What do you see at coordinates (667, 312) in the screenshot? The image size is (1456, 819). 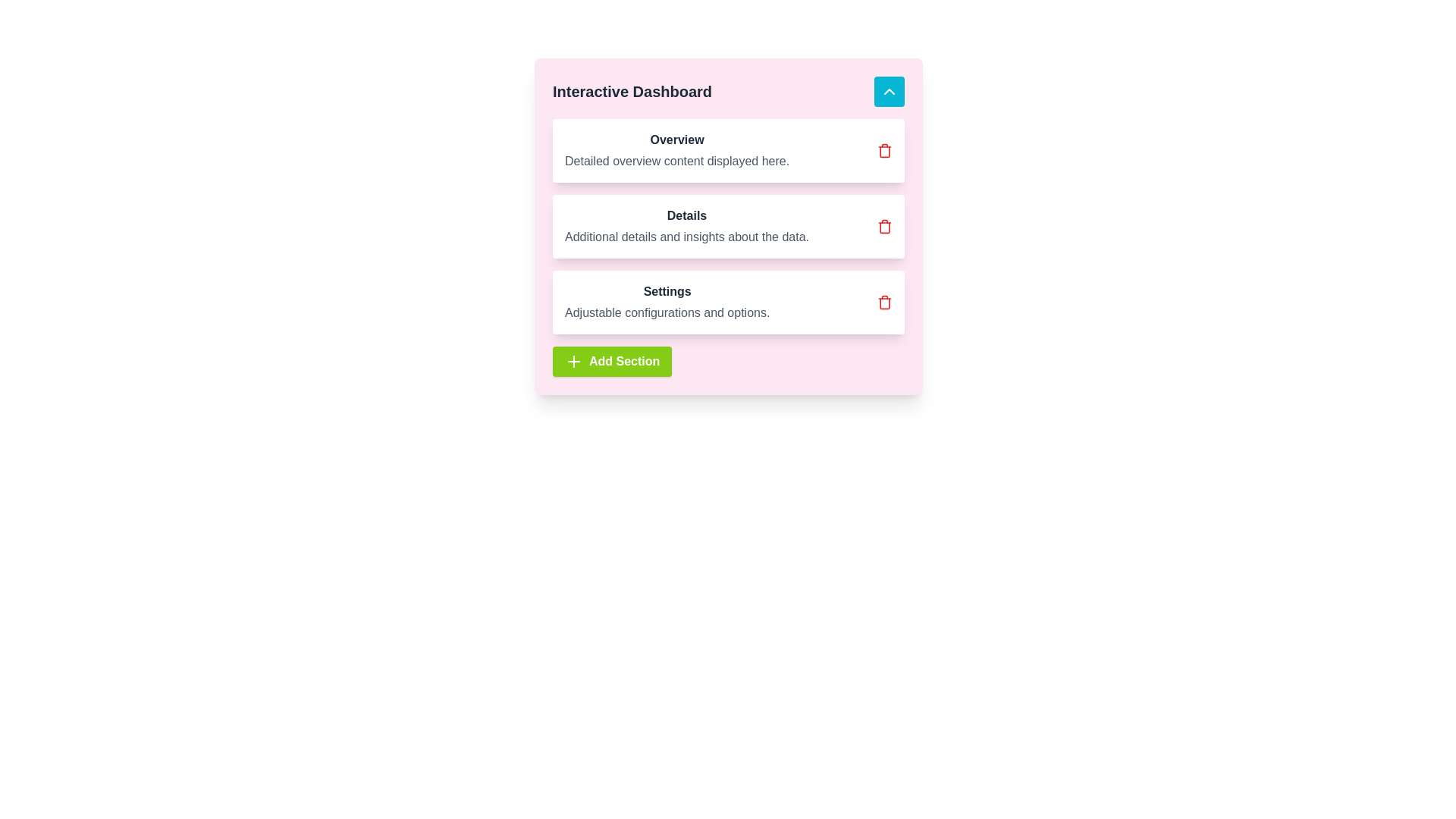 I see `the descriptive text label located below the 'Settings' heading in the 'Interactive Dashboard' panel` at bounding box center [667, 312].